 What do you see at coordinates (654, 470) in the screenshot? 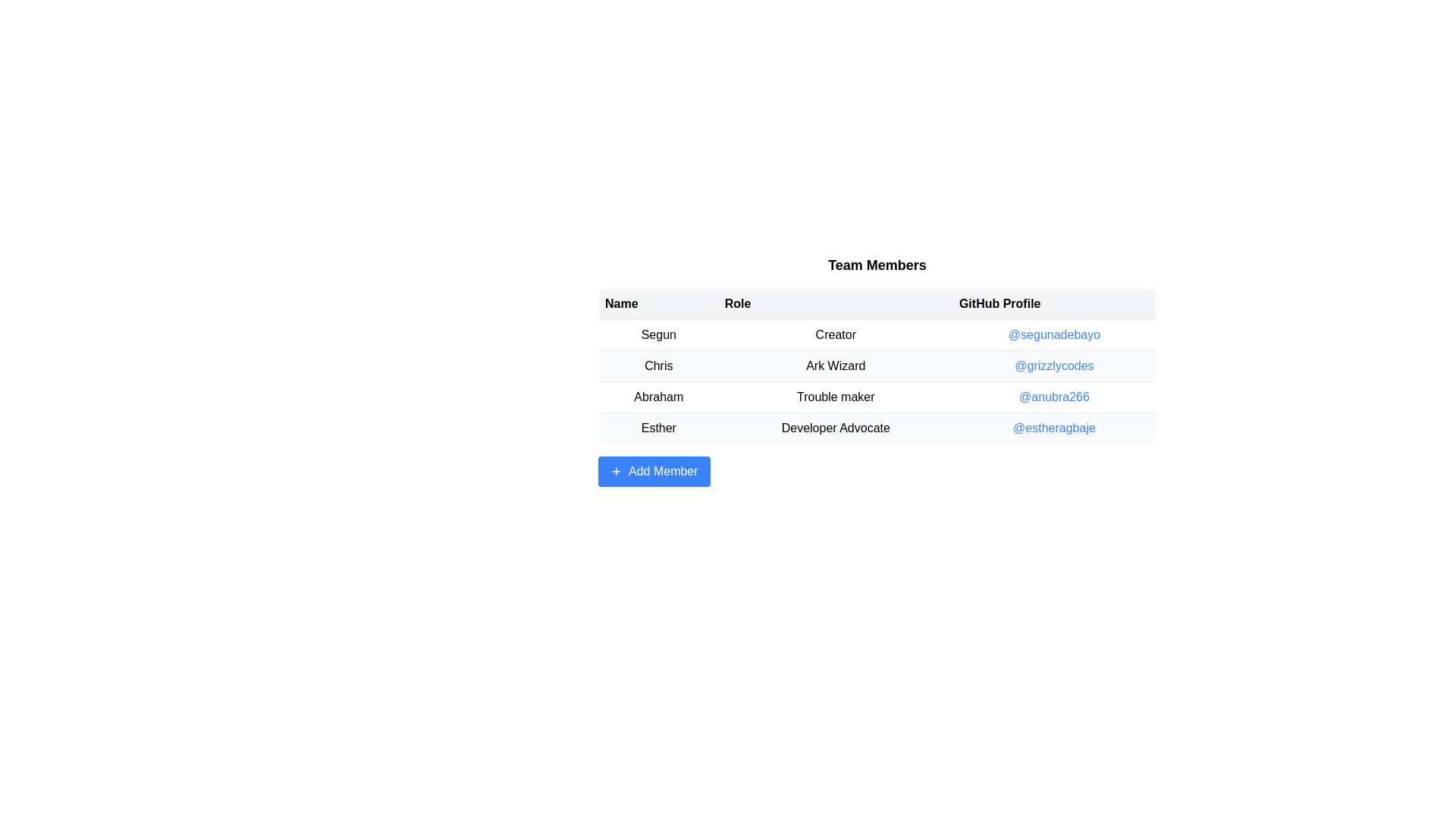
I see `the button located below the team members table to initiate adding a new member` at bounding box center [654, 470].